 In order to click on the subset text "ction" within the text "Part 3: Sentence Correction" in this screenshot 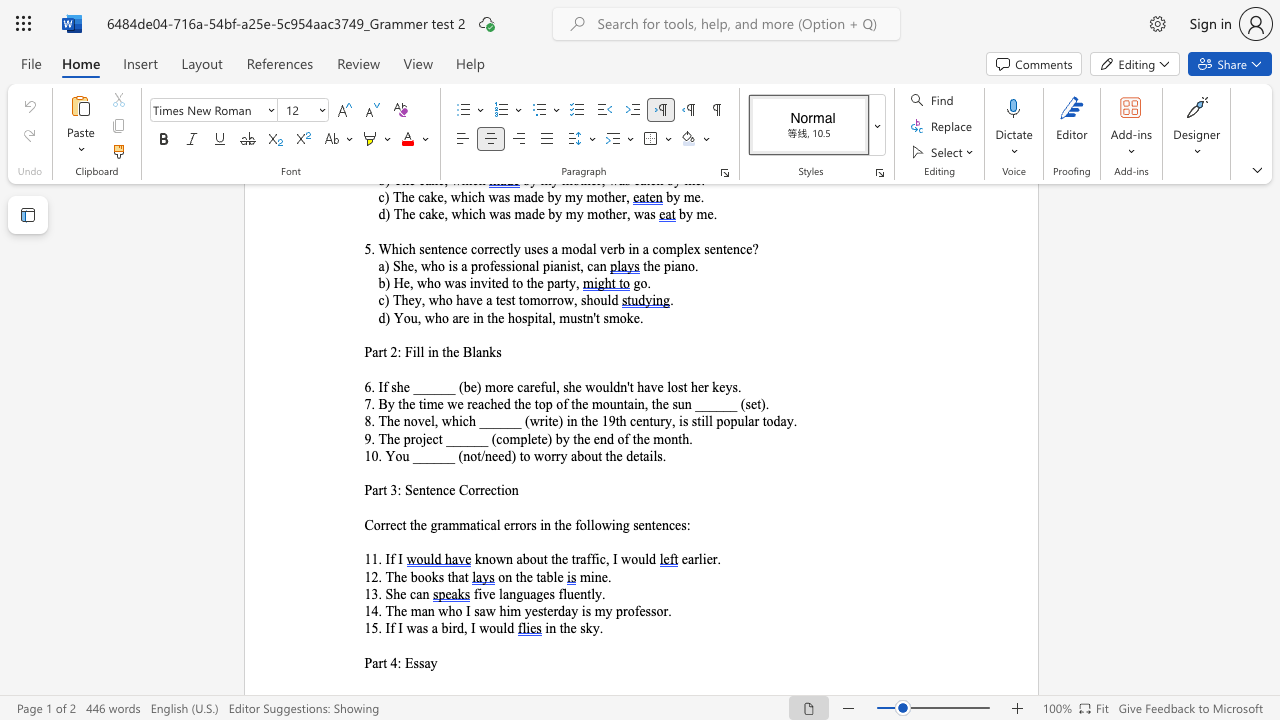, I will do `click(490, 490)`.